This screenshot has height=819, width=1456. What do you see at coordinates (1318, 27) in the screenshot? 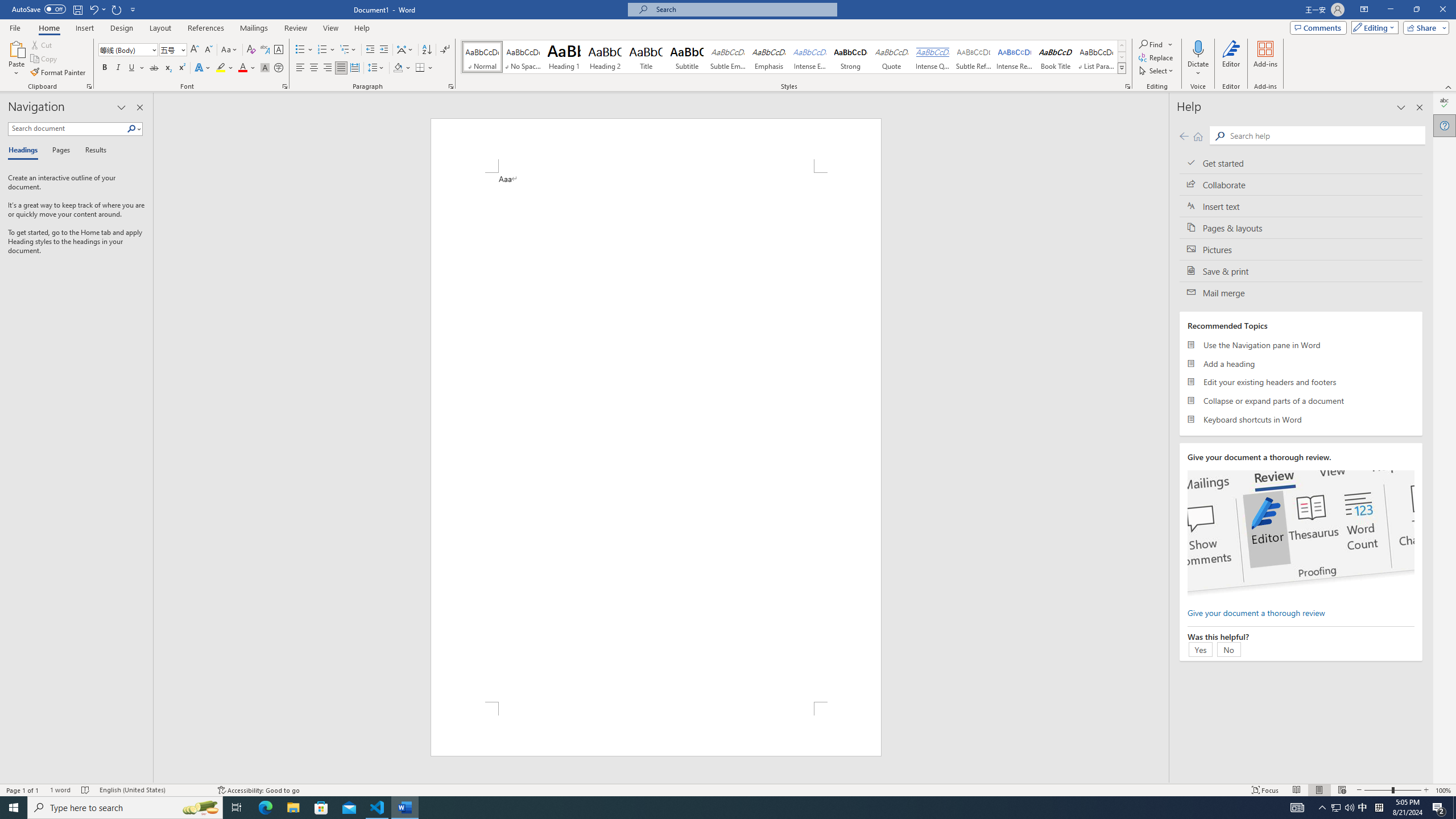
I see `'Comments'` at bounding box center [1318, 27].